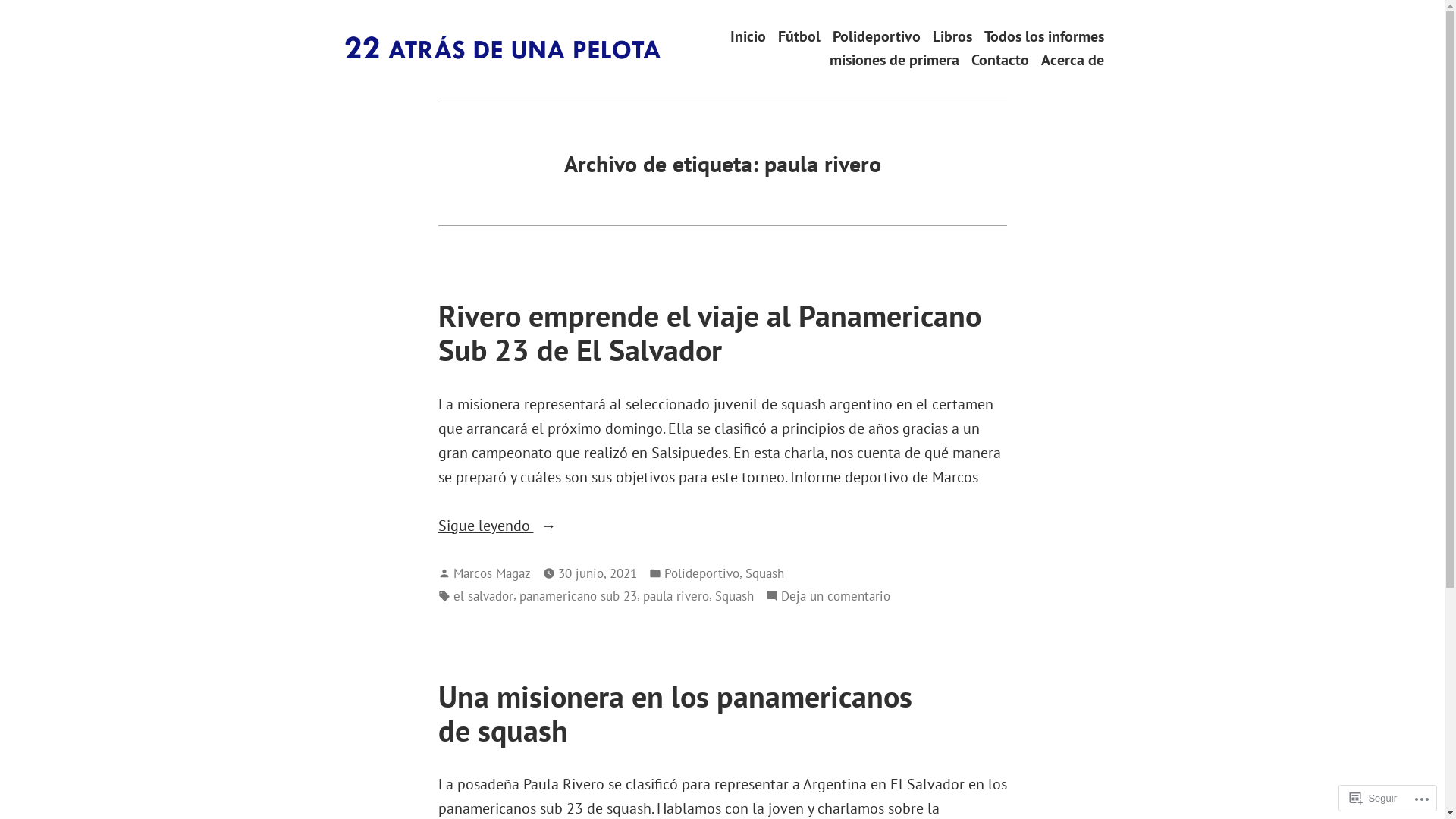 This screenshot has width=1456, height=819. What do you see at coordinates (576, 595) in the screenshot?
I see `'panamericano sub 23'` at bounding box center [576, 595].